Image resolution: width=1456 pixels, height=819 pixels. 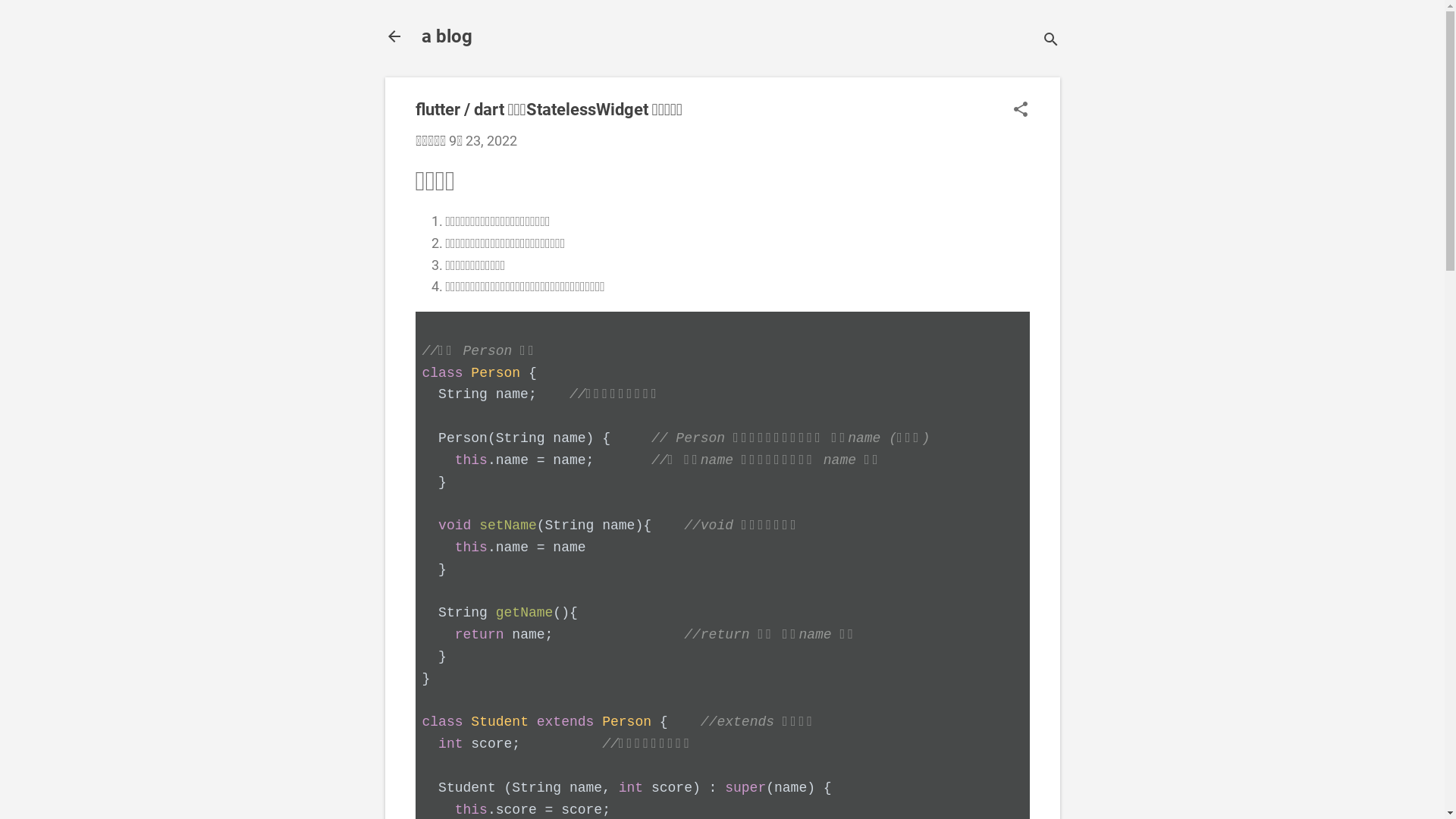 What do you see at coordinates (446, 35) in the screenshot?
I see `'a blog'` at bounding box center [446, 35].